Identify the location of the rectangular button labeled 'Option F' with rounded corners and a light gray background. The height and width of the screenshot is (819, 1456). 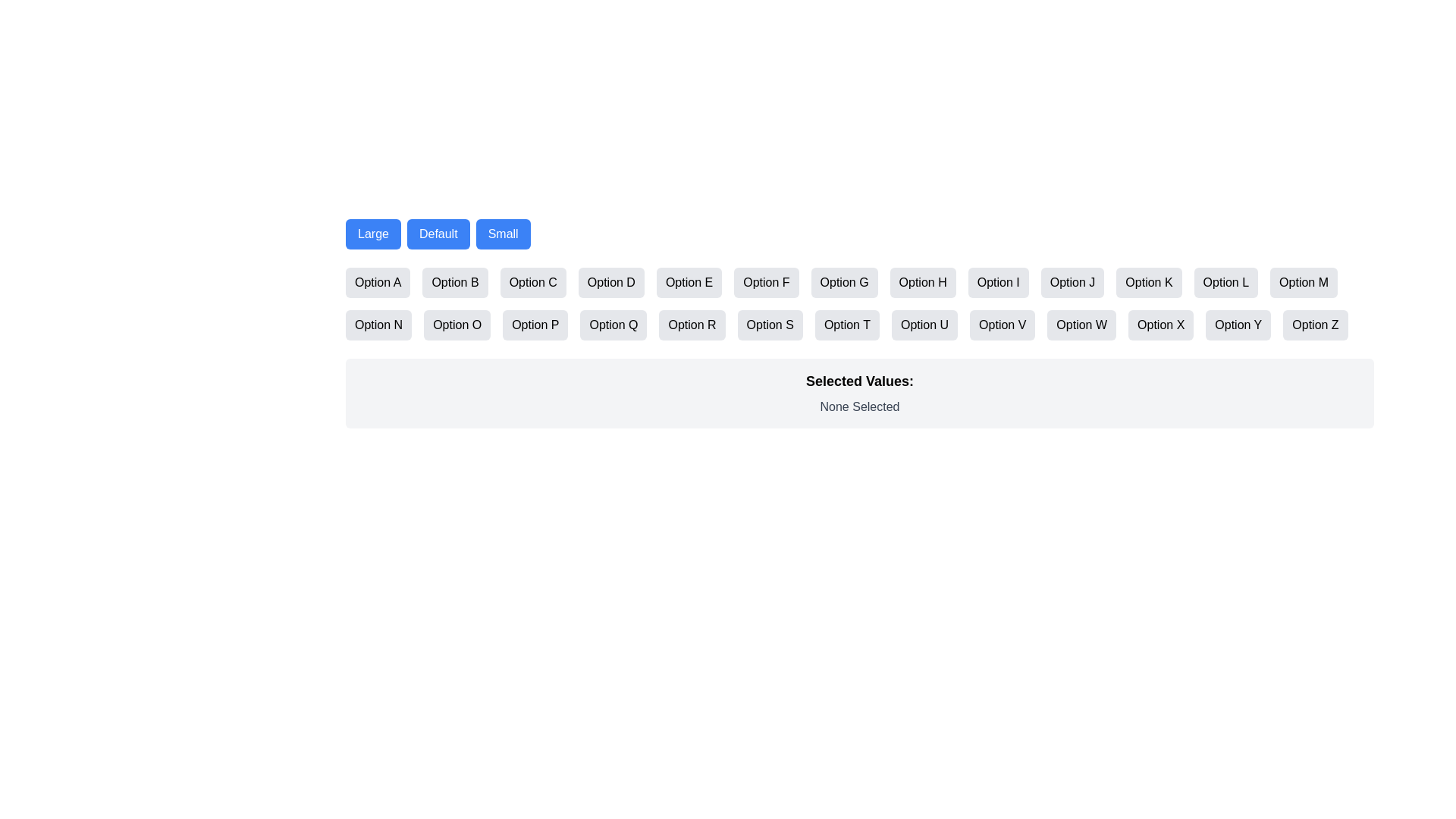
(766, 283).